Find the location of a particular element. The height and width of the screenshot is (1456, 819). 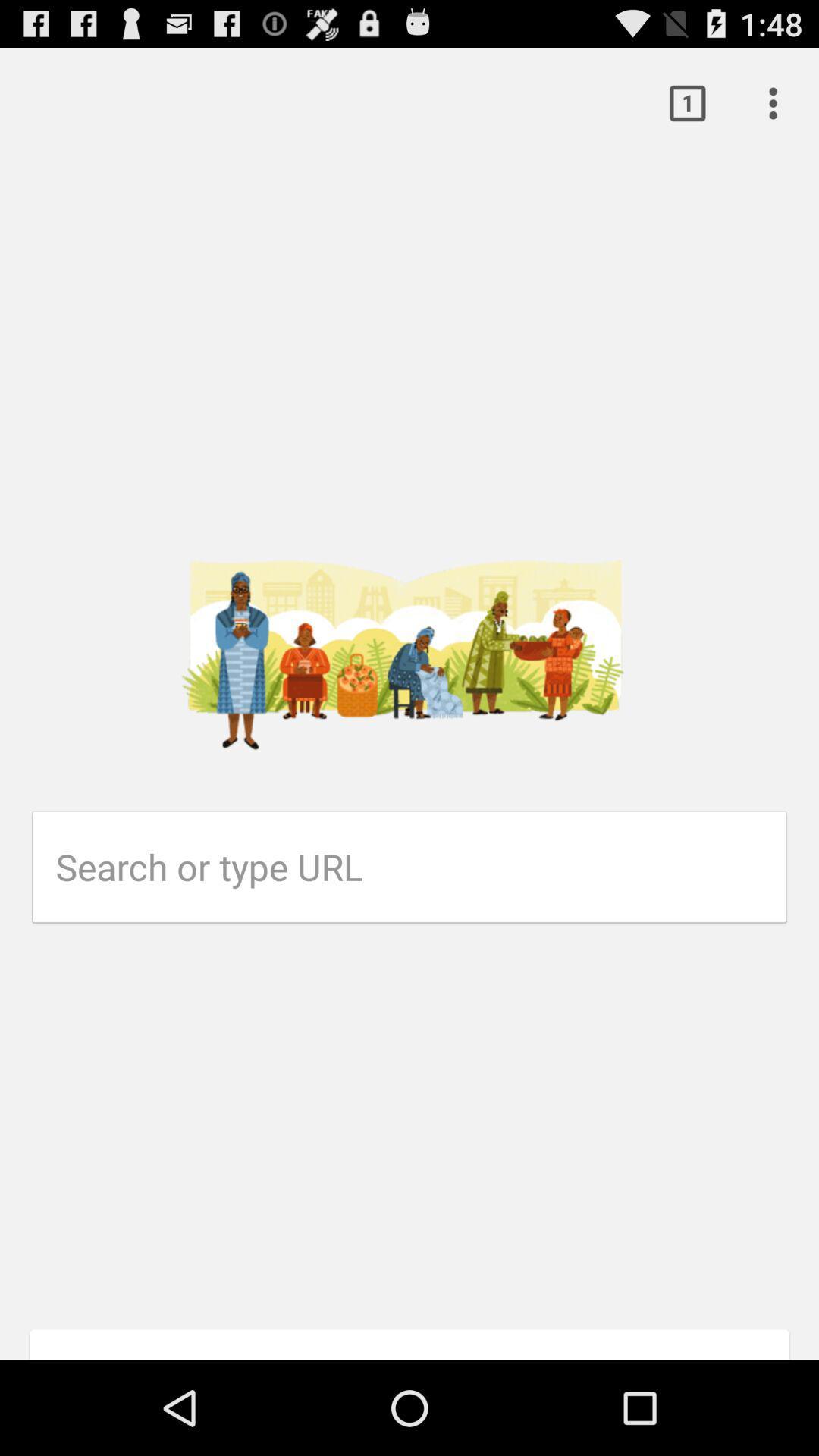

search criteria is located at coordinates (421, 867).